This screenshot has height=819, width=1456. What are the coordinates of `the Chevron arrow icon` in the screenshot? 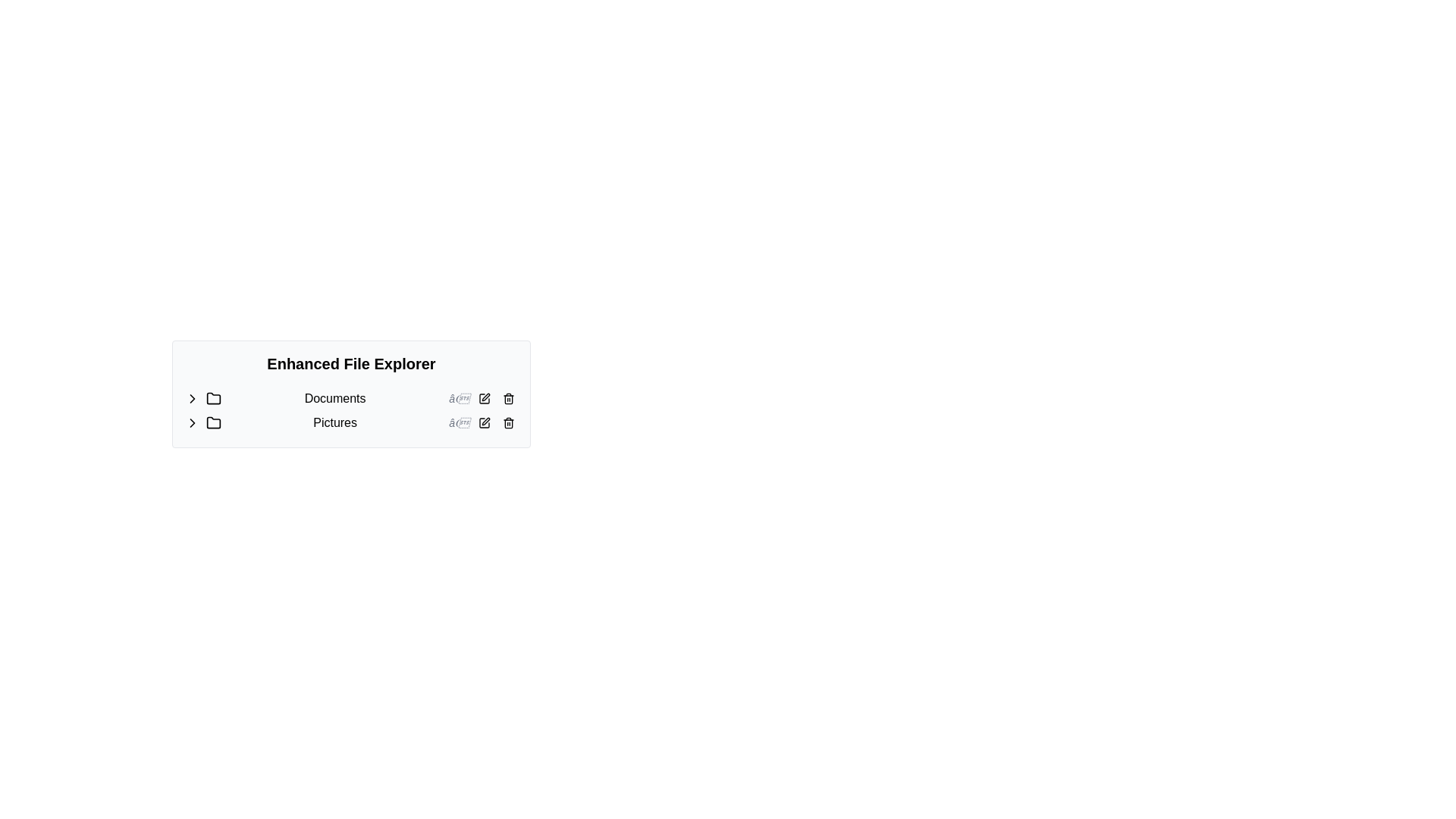 It's located at (192, 397).